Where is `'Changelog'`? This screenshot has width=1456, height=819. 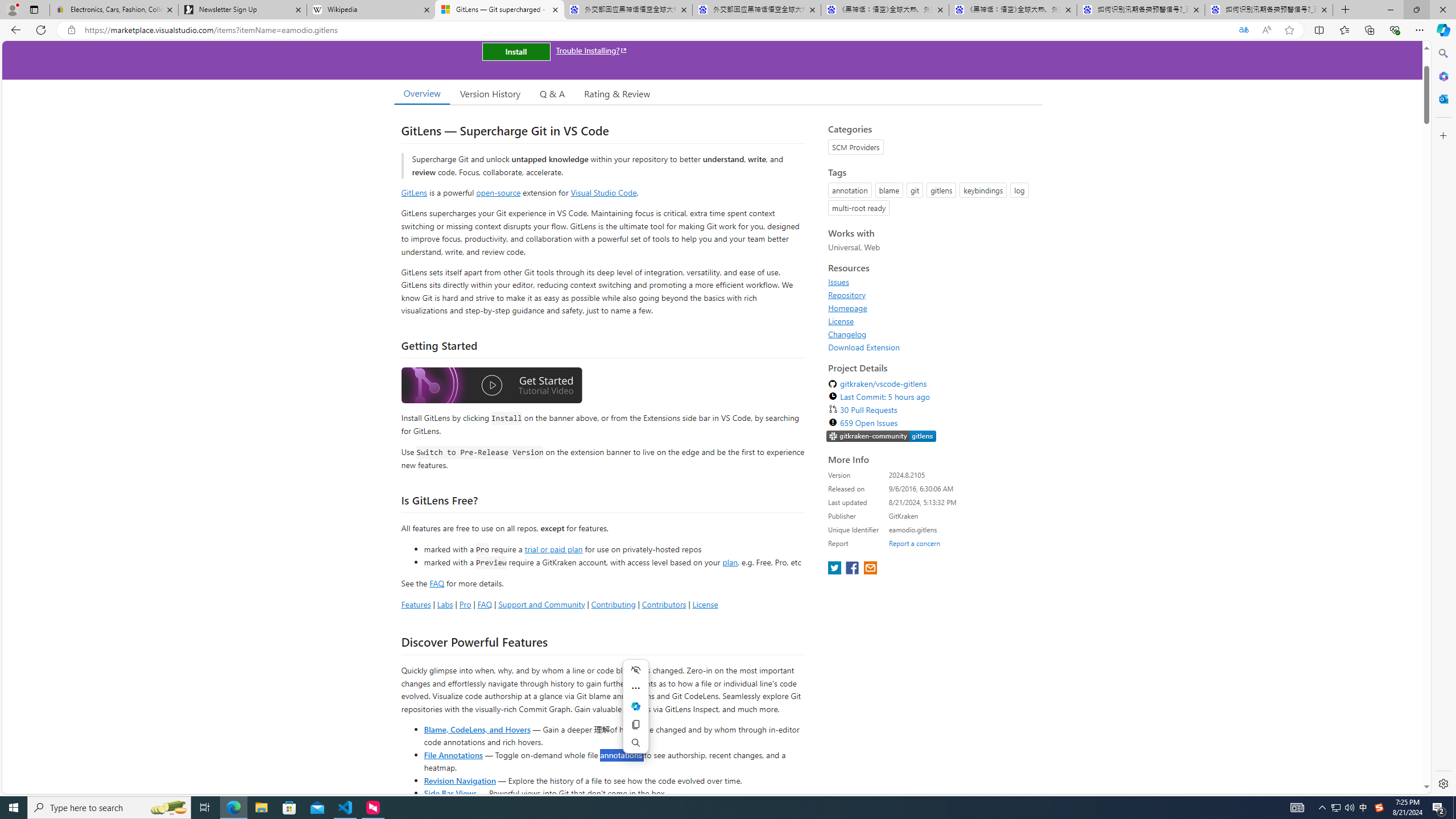 'Changelog' is located at coordinates (846, 333).